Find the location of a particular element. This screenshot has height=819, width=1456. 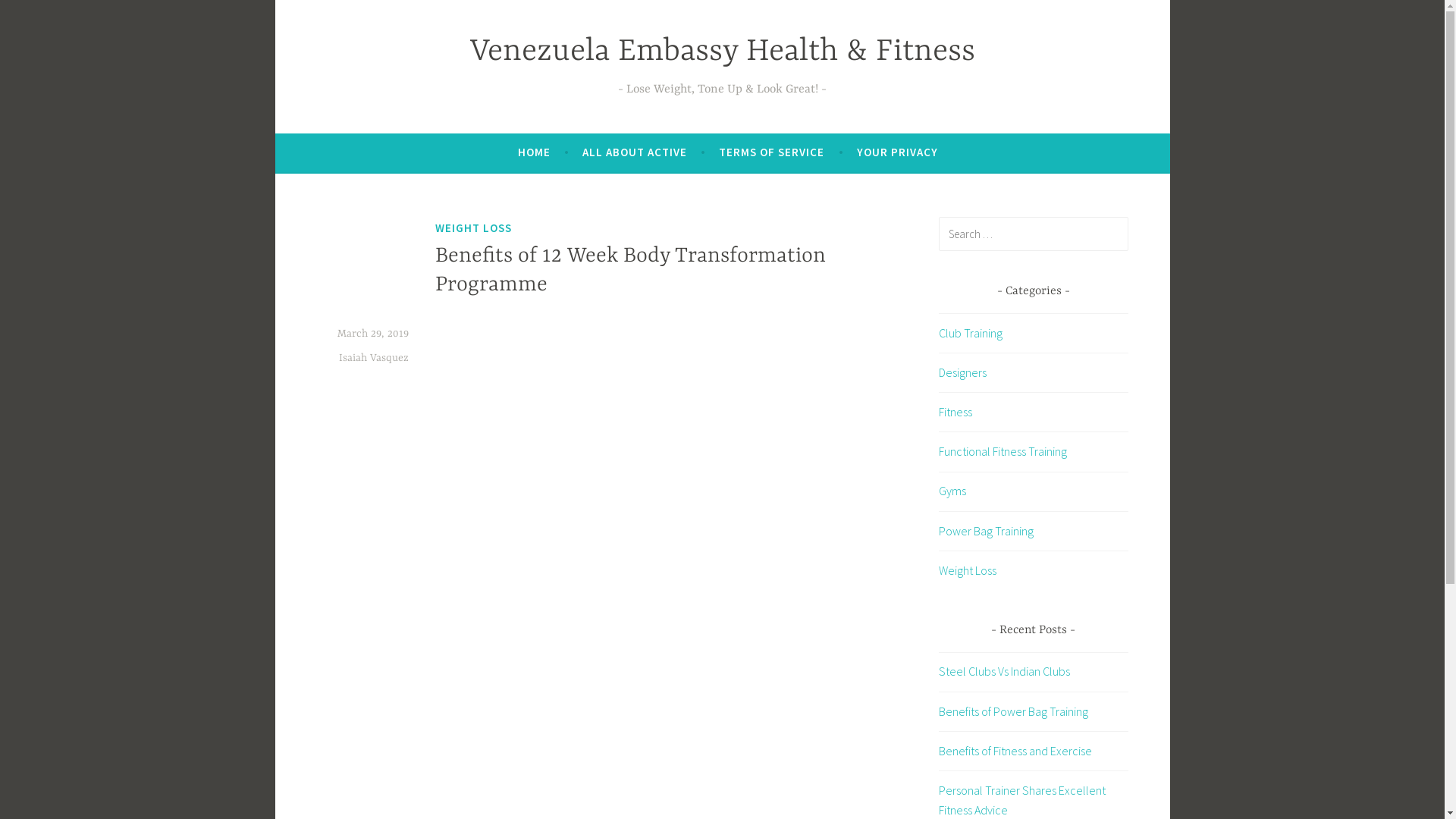

'Club Training' is located at coordinates (971, 332).